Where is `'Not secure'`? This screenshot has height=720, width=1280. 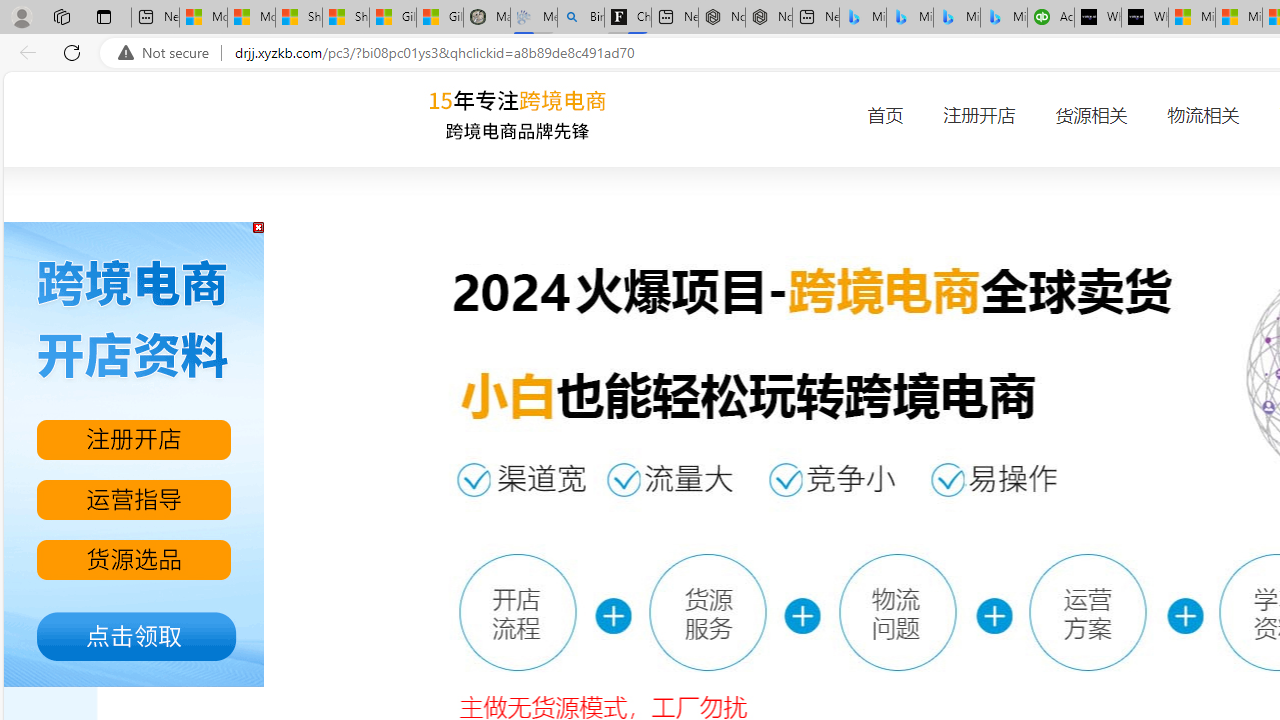 'Not secure' is located at coordinates (168, 52).